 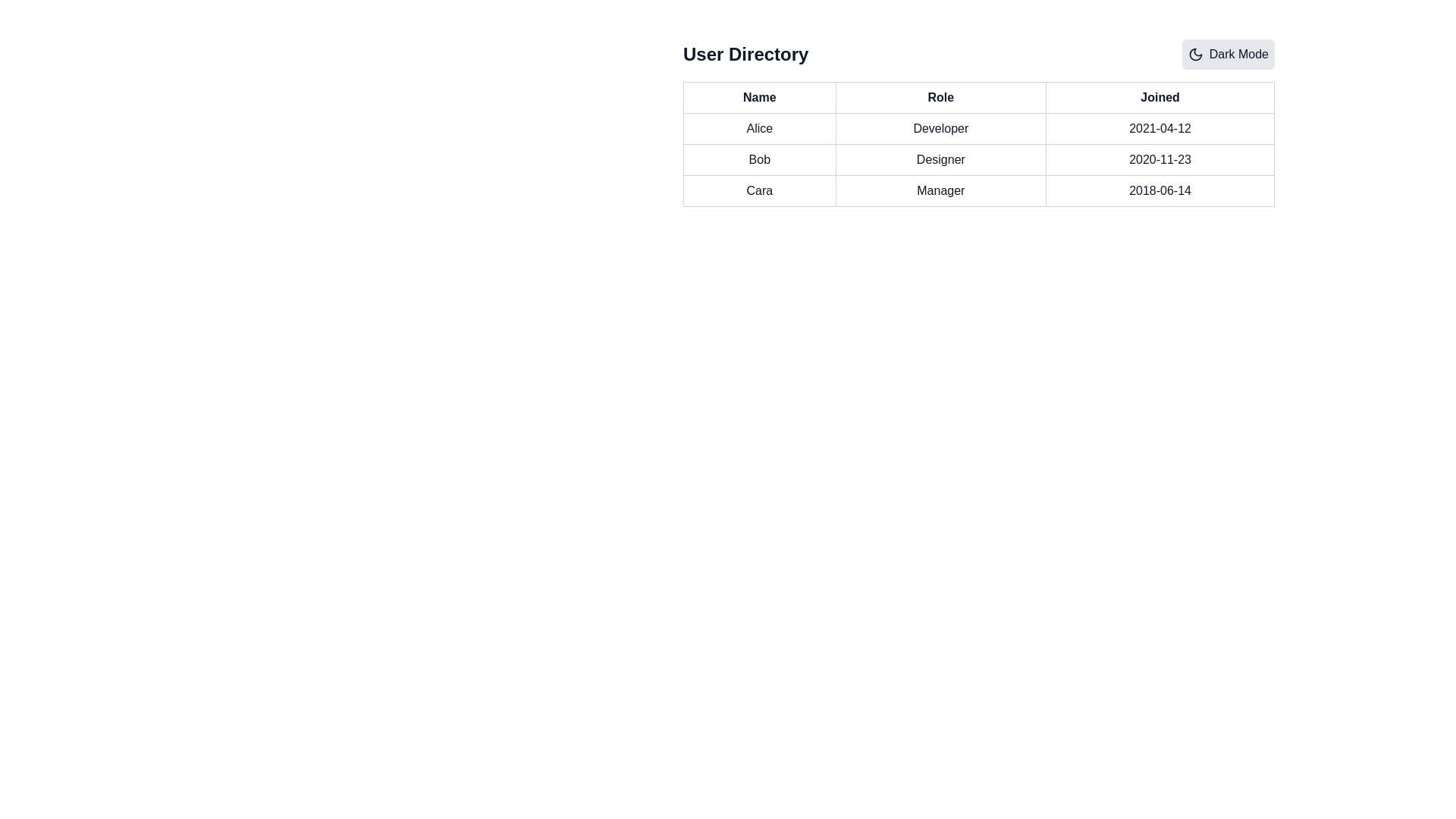 I want to click on on the third row of the user details table, so click(x=979, y=190).